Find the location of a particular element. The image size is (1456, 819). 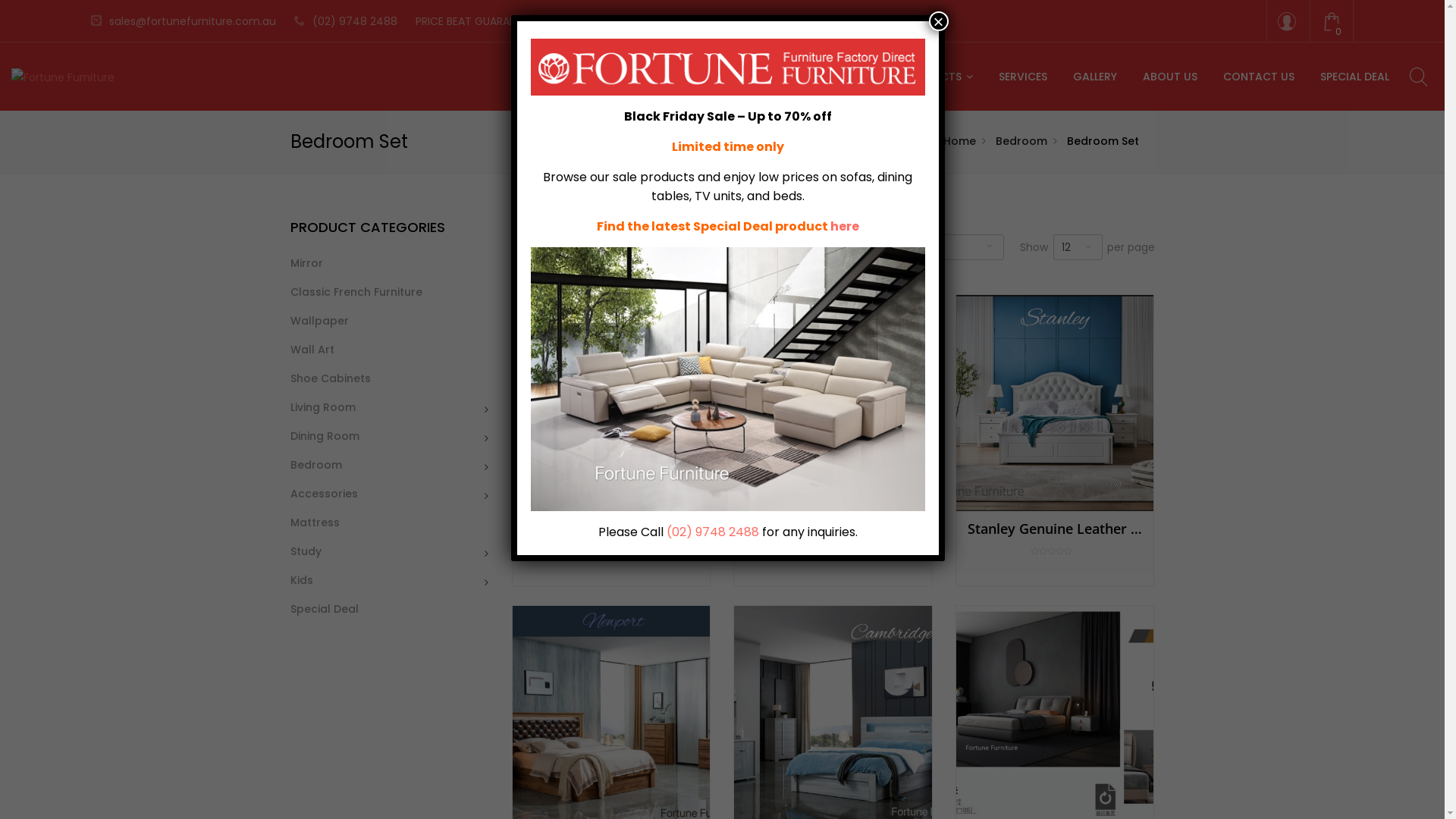

'Accessories' is located at coordinates (290, 491).